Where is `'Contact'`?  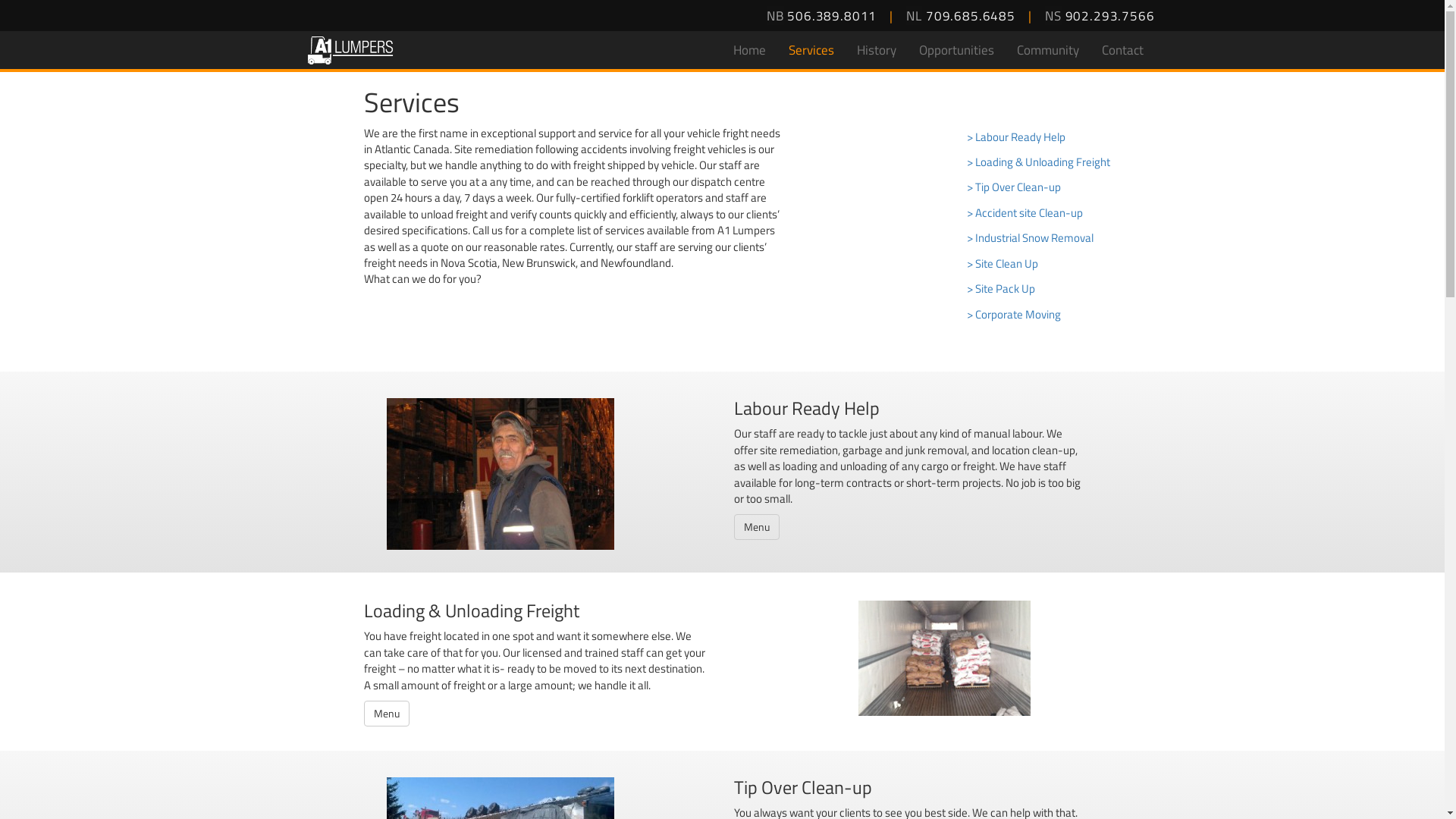
'Contact' is located at coordinates (1122, 49).